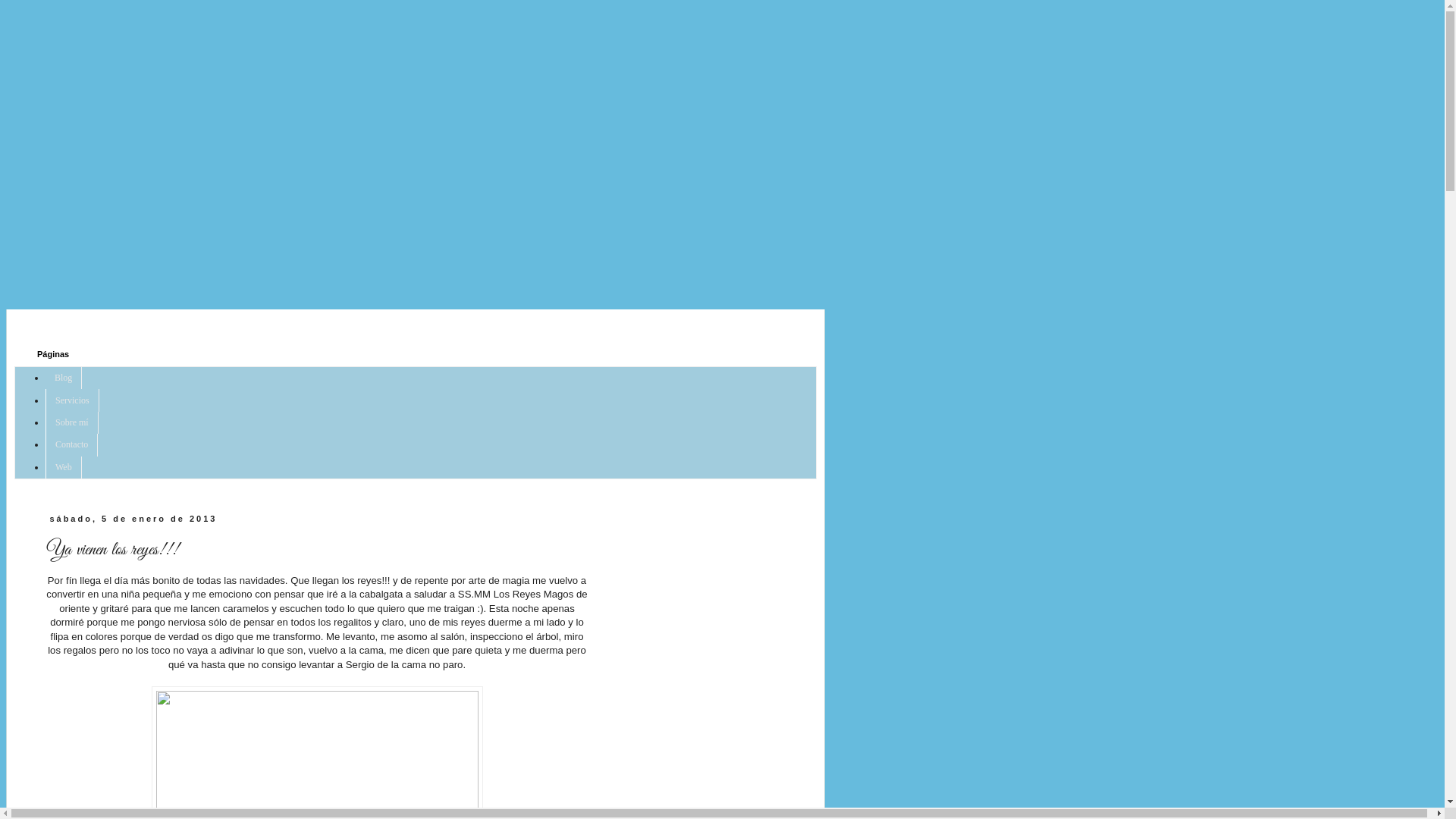  Describe the element at coordinates (71, 399) in the screenshot. I see `'Servicios'` at that location.